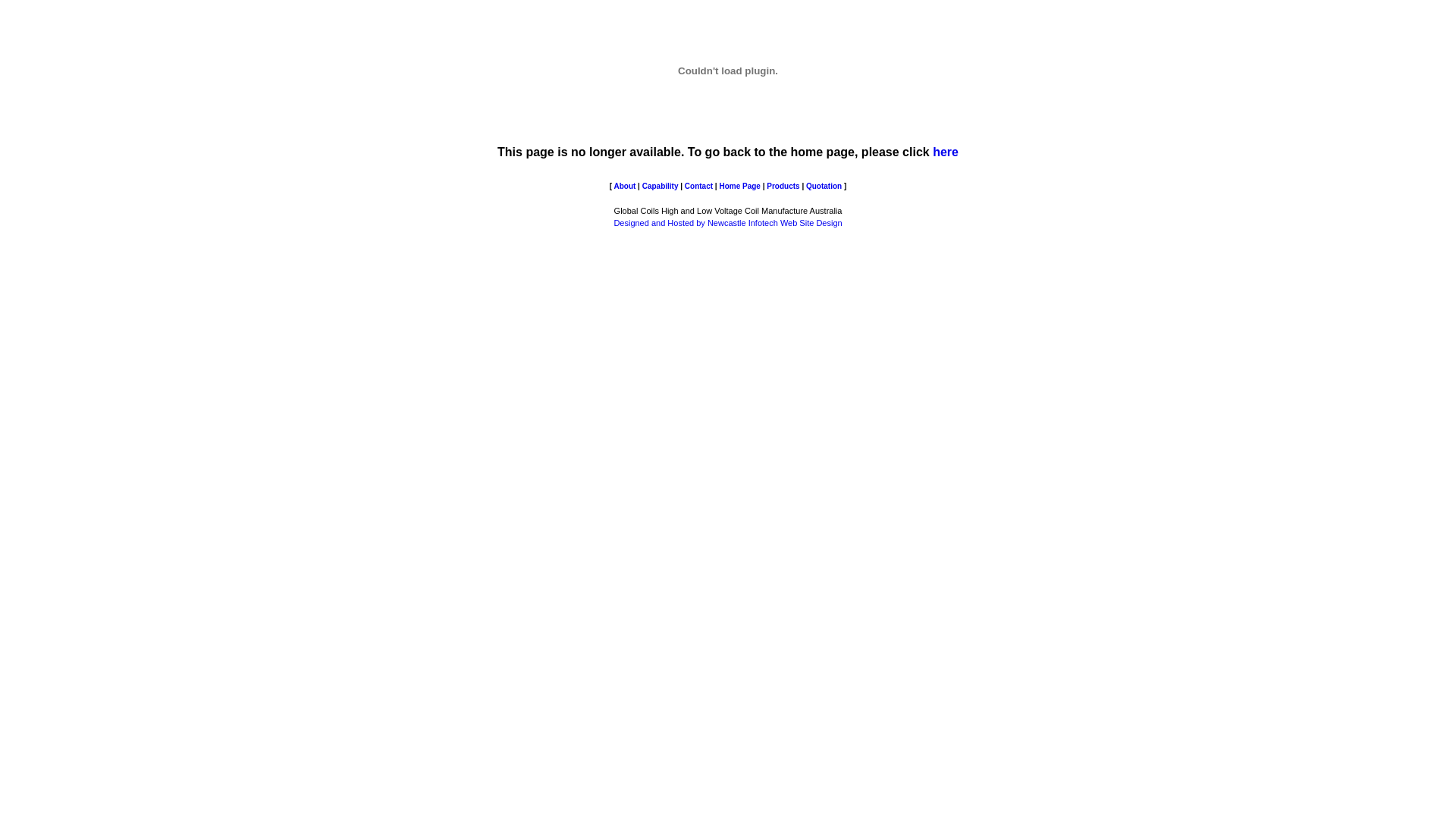 Image resolution: width=1456 pixels, height=819 pixels. I want to click on 'Capability', so click(660, 185).